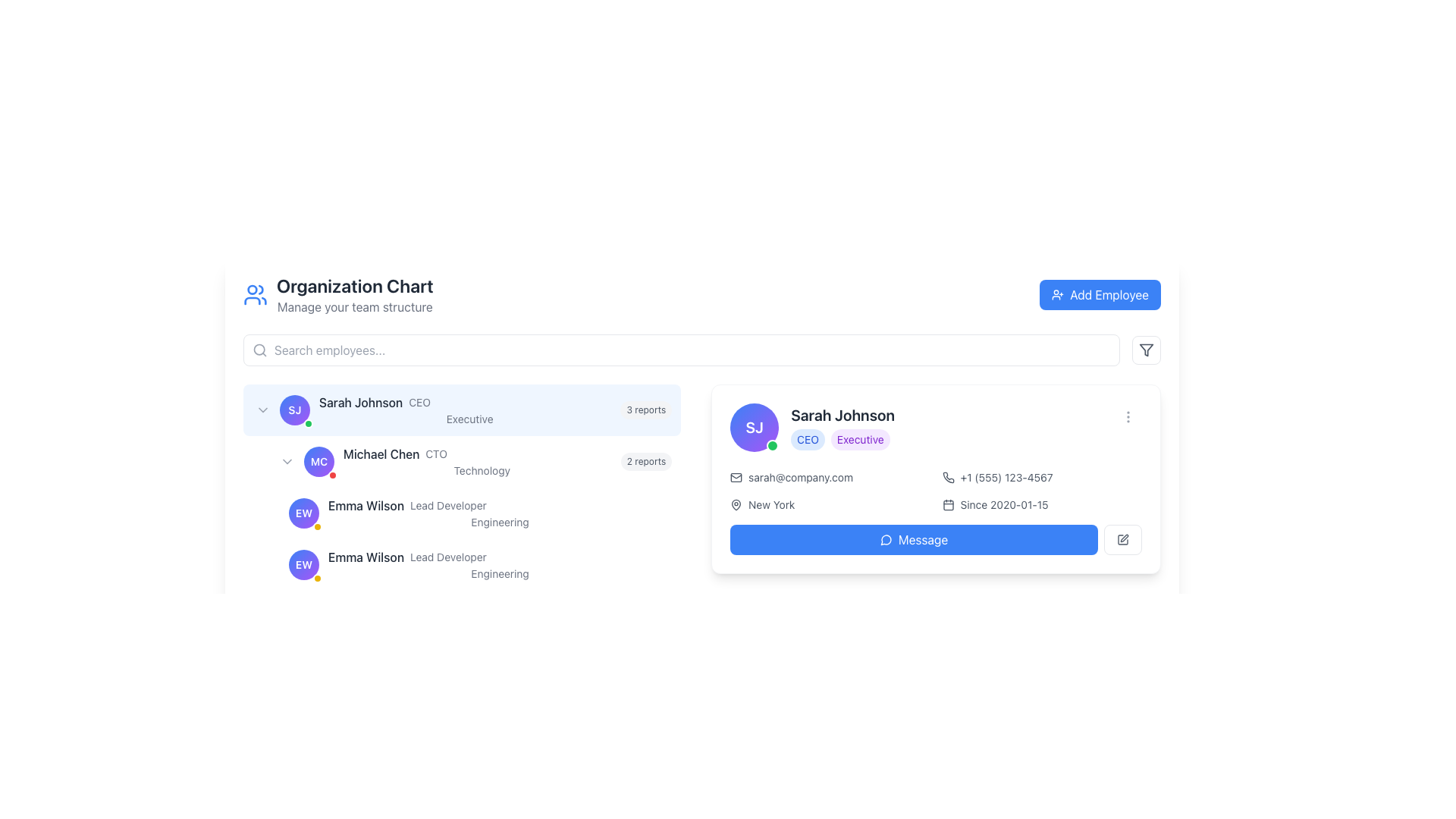 This screenshot has height=819, width=1456. Describe the element at coordinates (381, 453) in the screenshot. I see `the text label displaying 'Michael Chen' which is positioned next to the avatar and role description in the organizational chart, located under the 'Sarah Johnson' CEO entry` at that location.